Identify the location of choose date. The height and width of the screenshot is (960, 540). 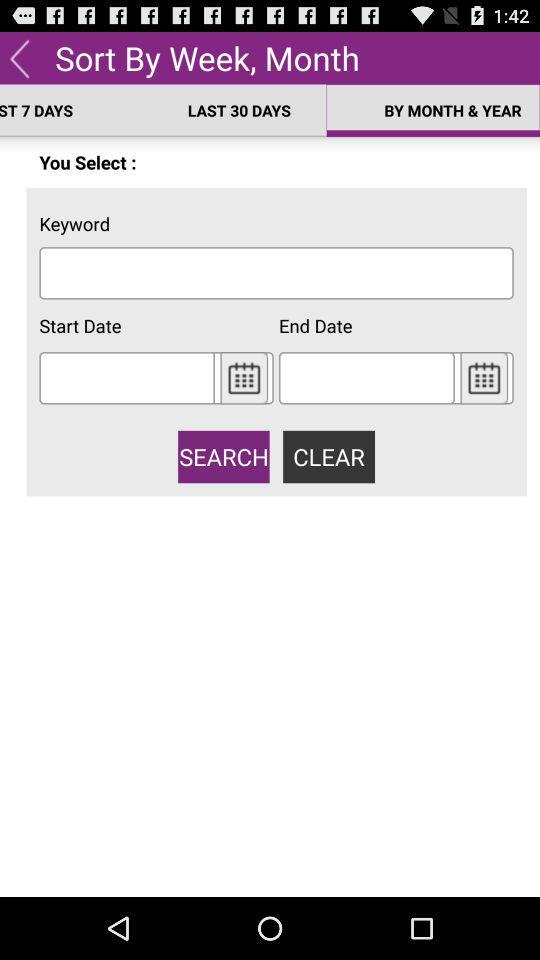
(483, 376).